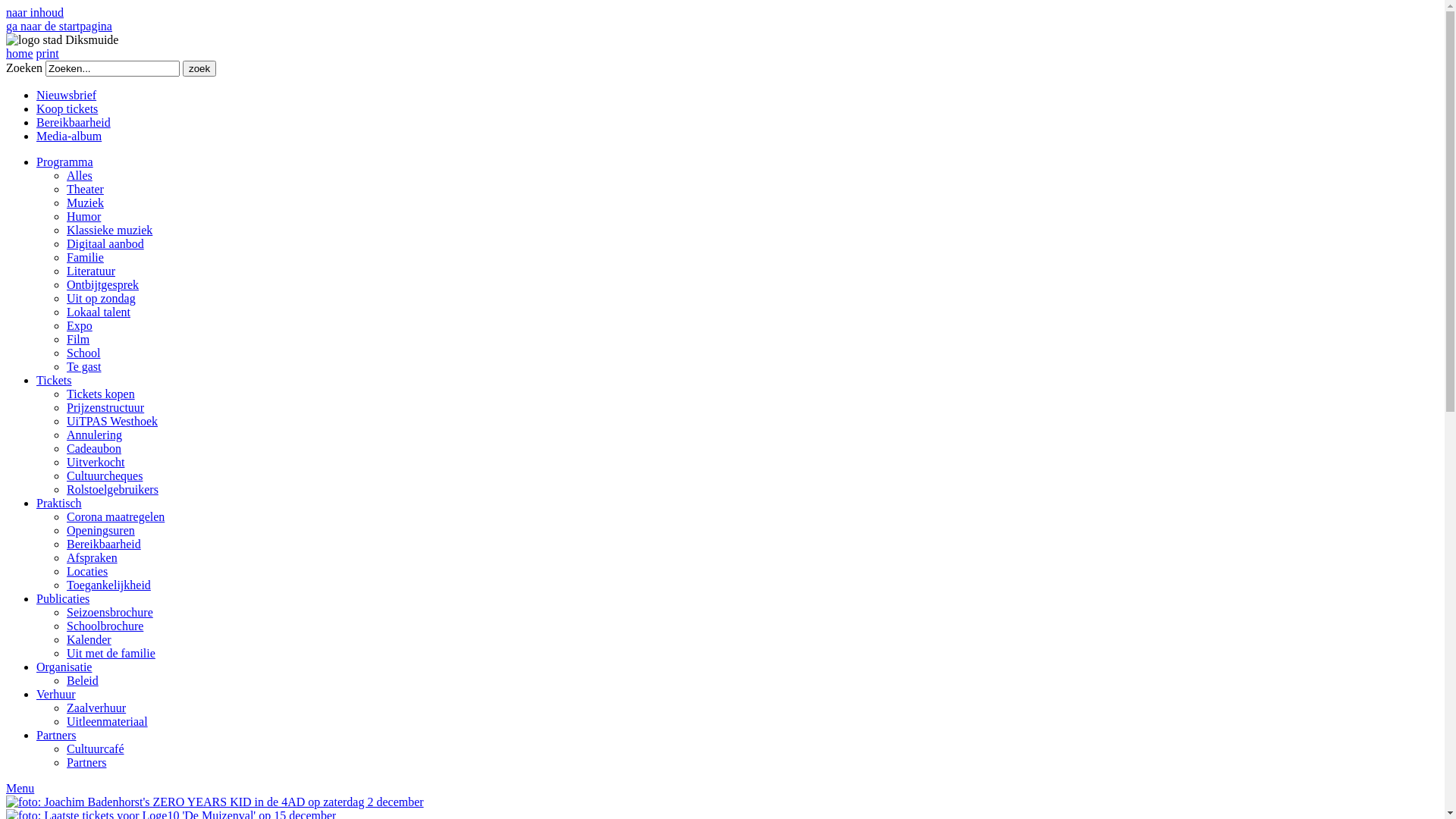 The image size is (1456, 819). I want to click on 'Afspraken', so click(91, 557).